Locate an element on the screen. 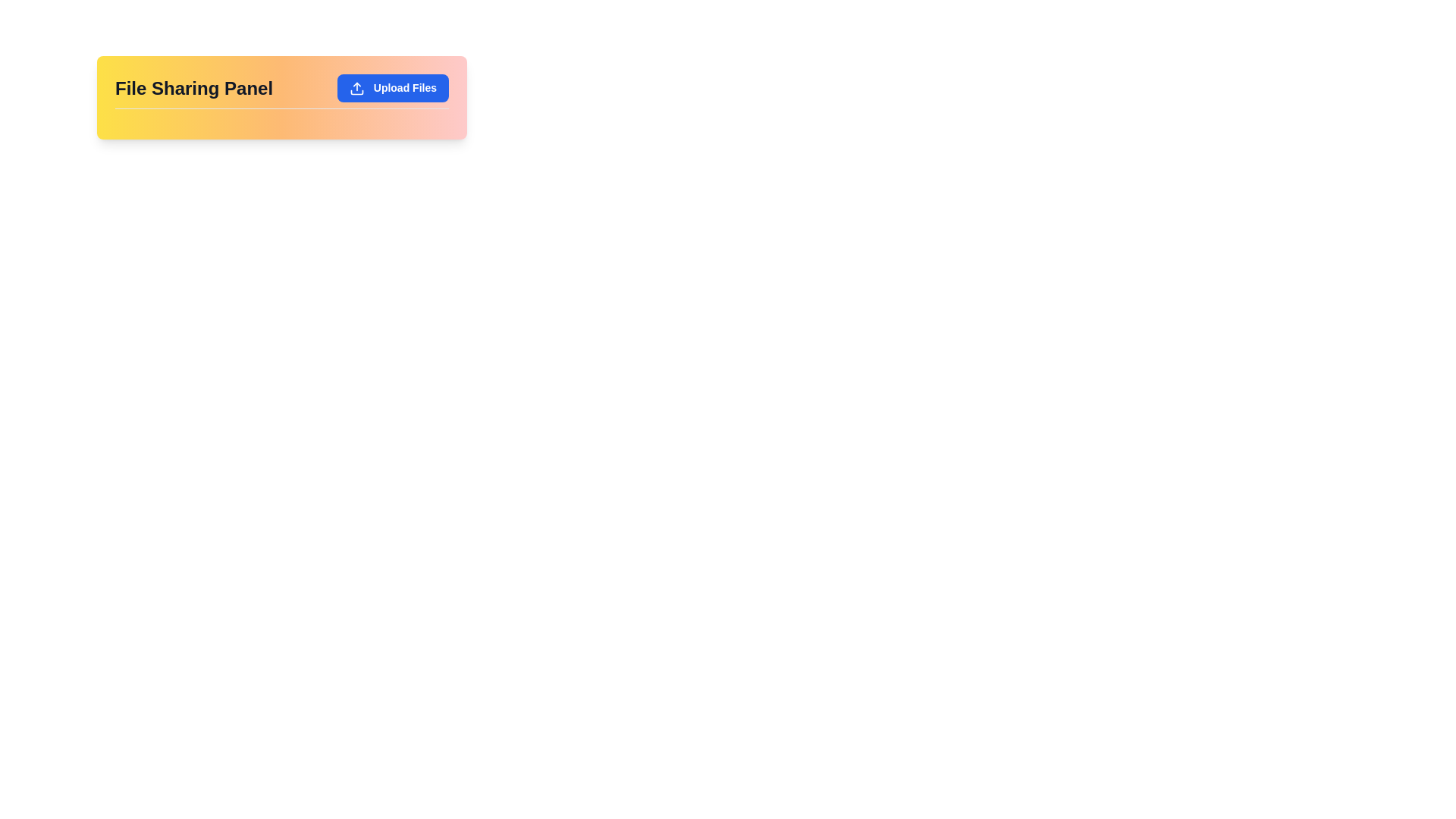  title 'File Sharing Panel' from the topmost panel element that contains a clickable button labeled 'Upload Files' is located at coordinates (282, 91).